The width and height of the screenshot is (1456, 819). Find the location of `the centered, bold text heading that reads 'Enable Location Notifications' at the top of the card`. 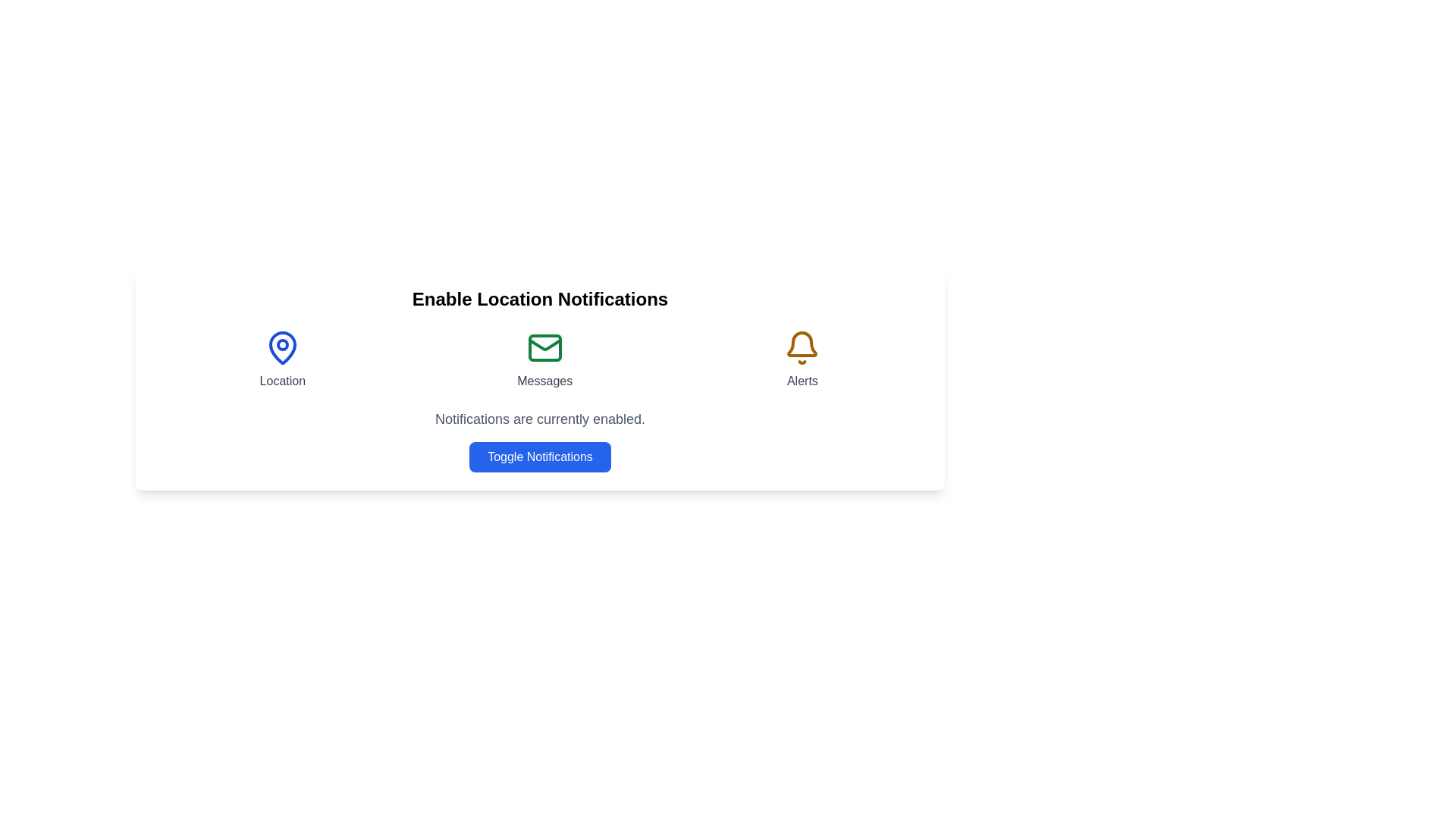

the centered, bold text heading that reads 'Enable Location Notifications' at the top of the card is located at coordinates (540, 299).